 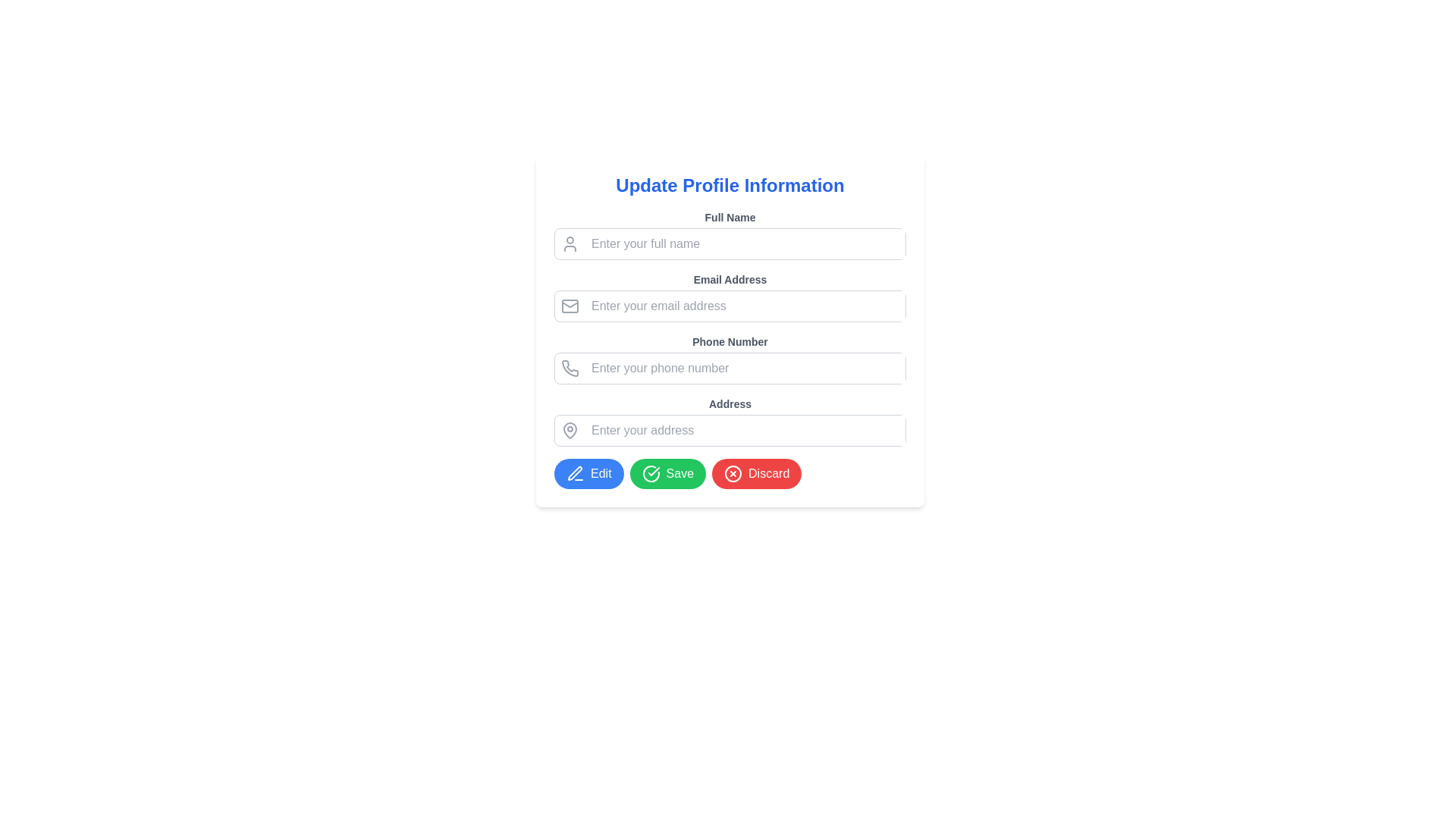 What do you see at coordinates (588, 472) in the screenshot?
I see `the 'Edit' button` at bounding box center [588, 472].